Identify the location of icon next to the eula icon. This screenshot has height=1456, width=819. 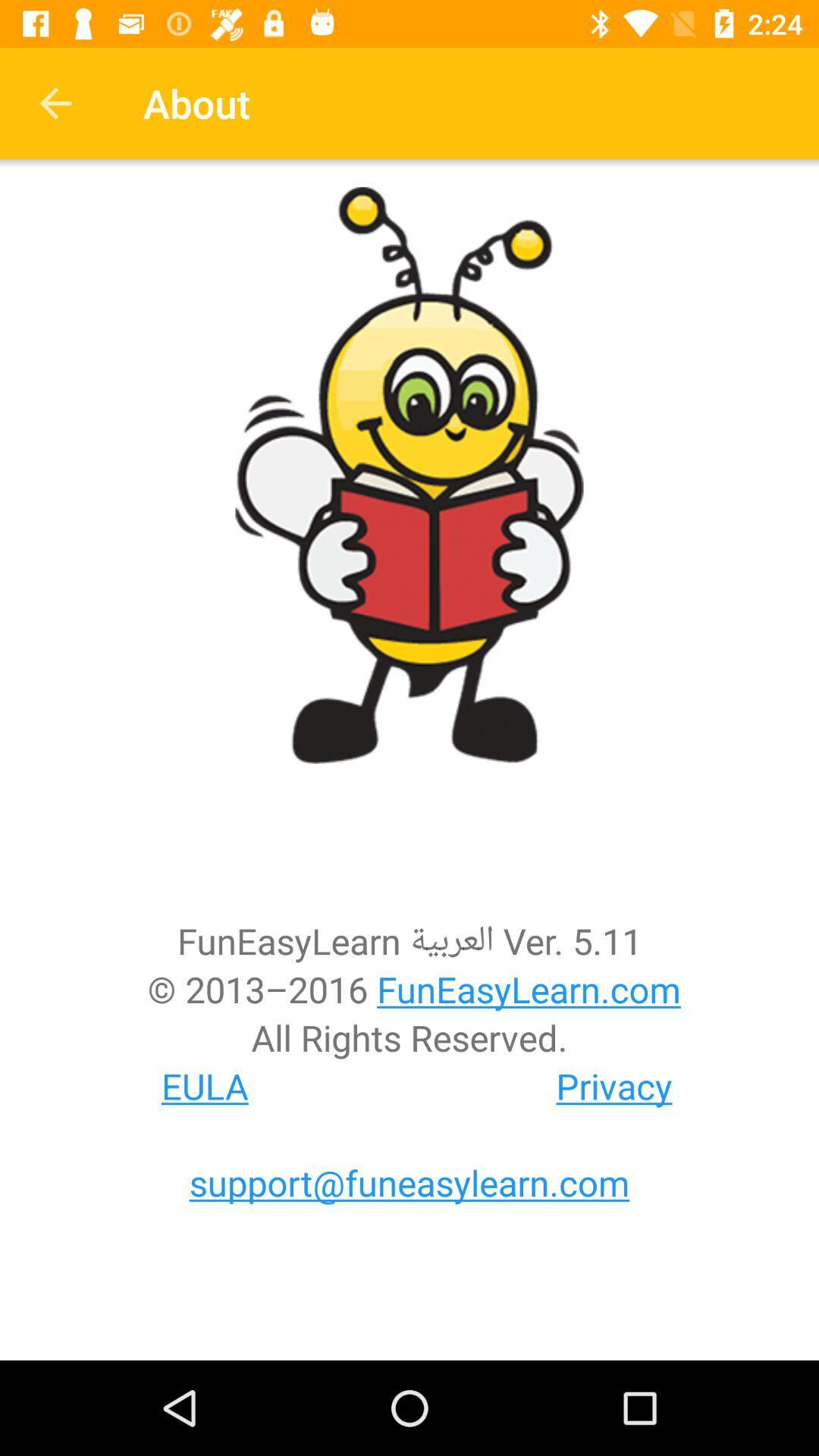
(614, 1085).